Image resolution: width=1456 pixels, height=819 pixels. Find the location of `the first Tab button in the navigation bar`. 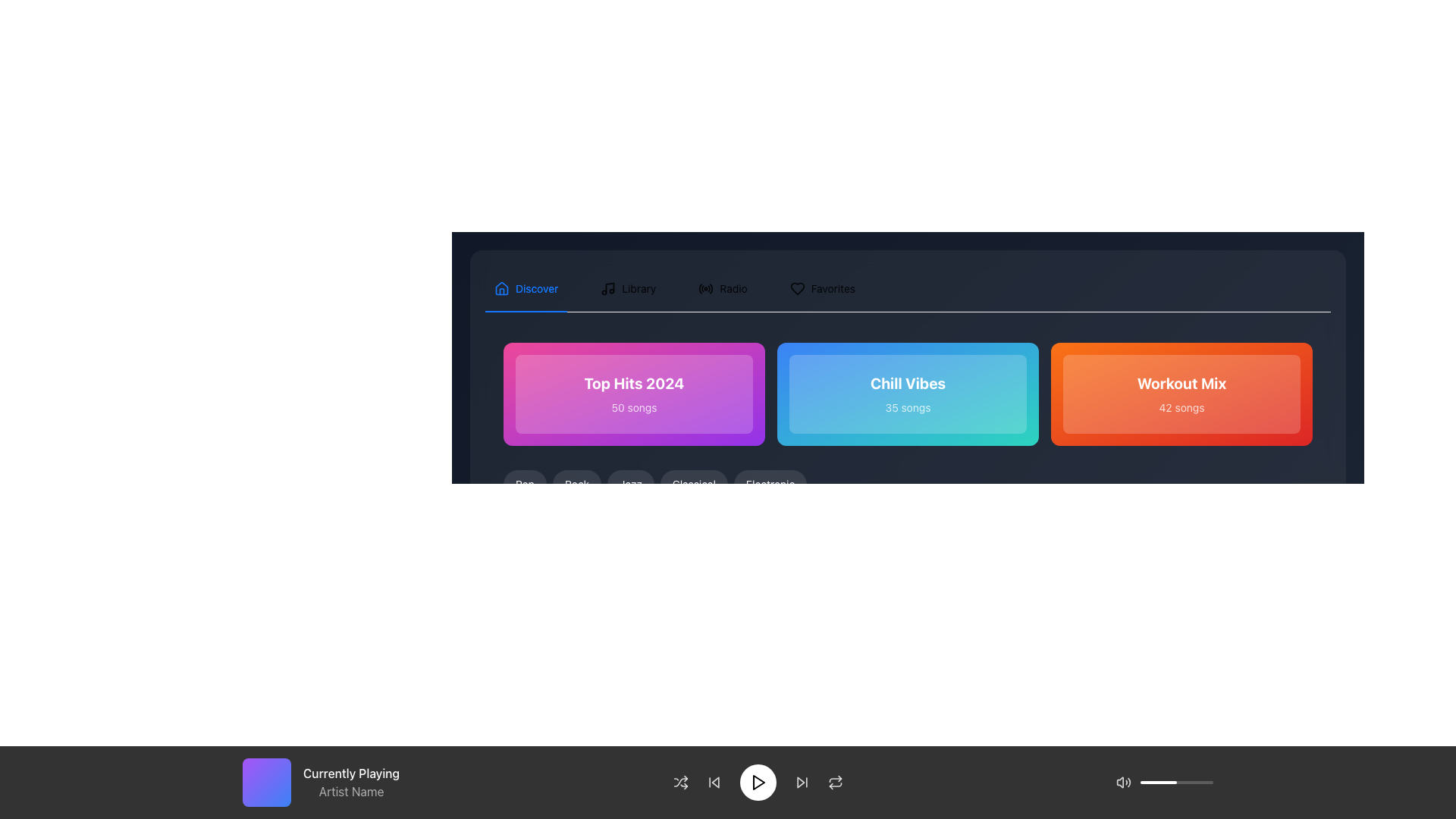

the first Tab button in the navigation bar is located at coordinates (526, 289).